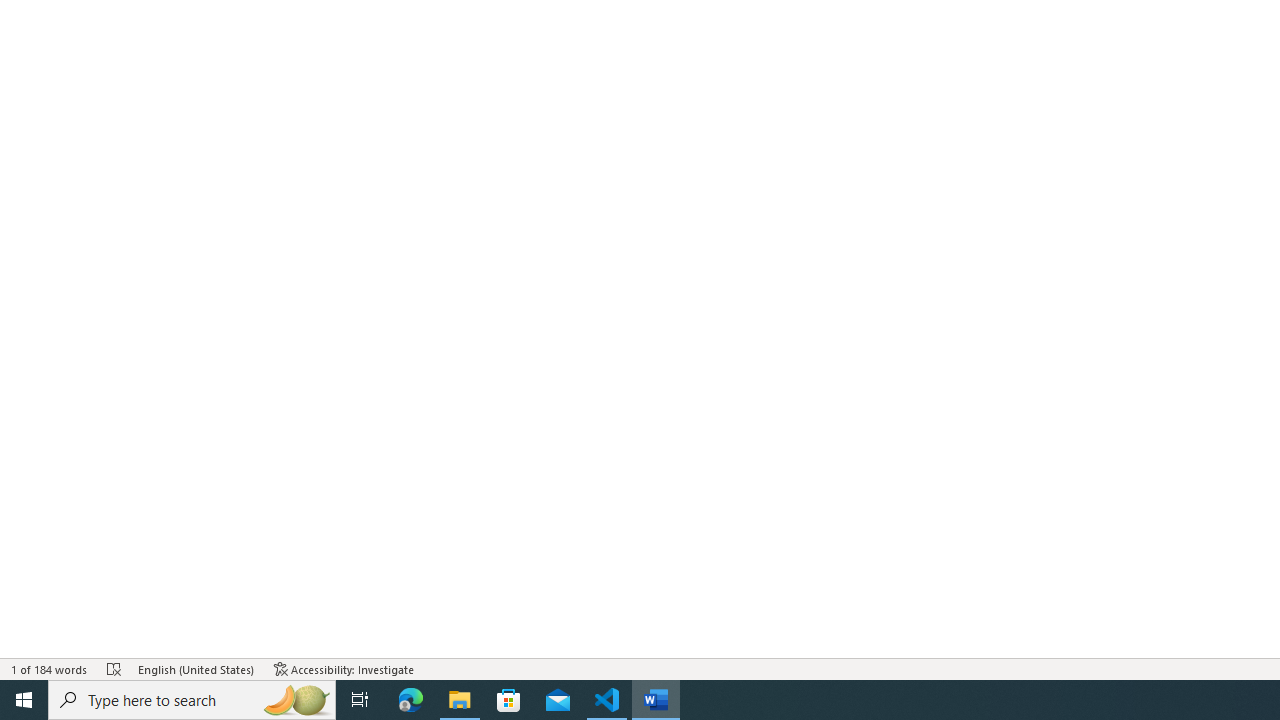  What do you see at coordinates (656, 698) in the screenshot?
I see `'Word - 1 running window'` at bounding box center [656, 698].